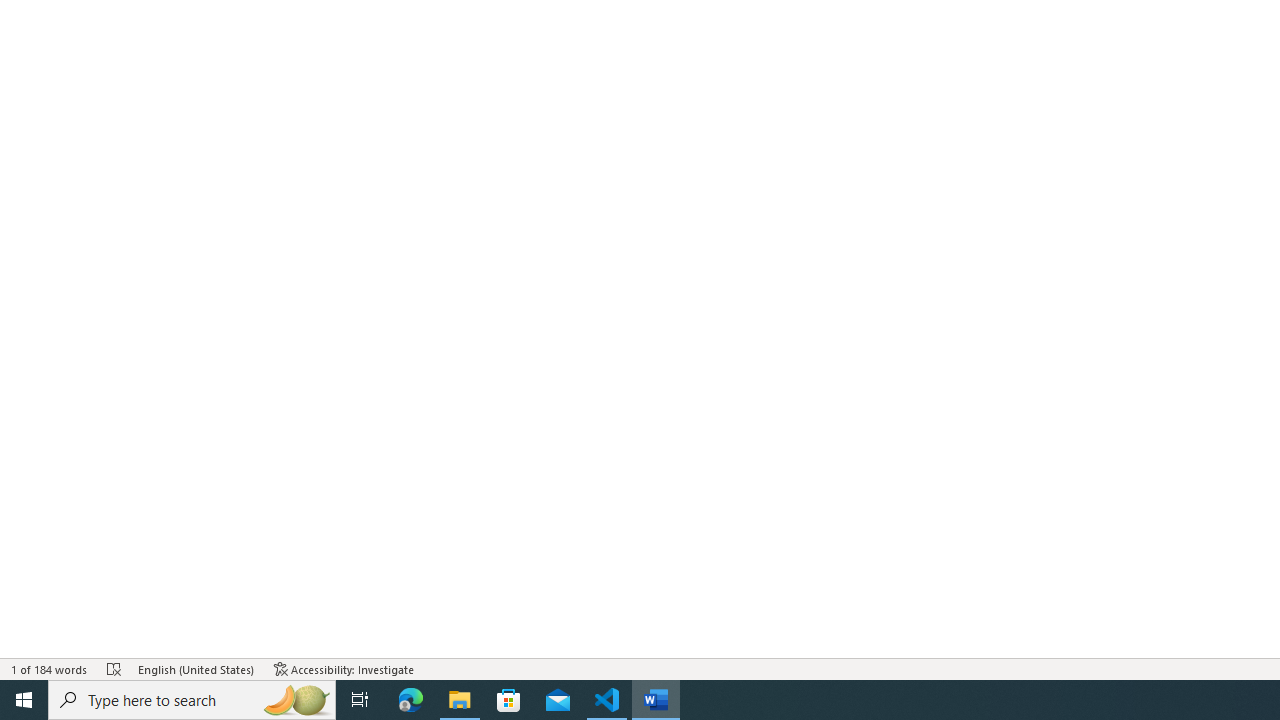  What do you see at coordinates (656, 698) in the screenshot?
I see `'Word - 1 running window'` at bounding box center [656, 698].